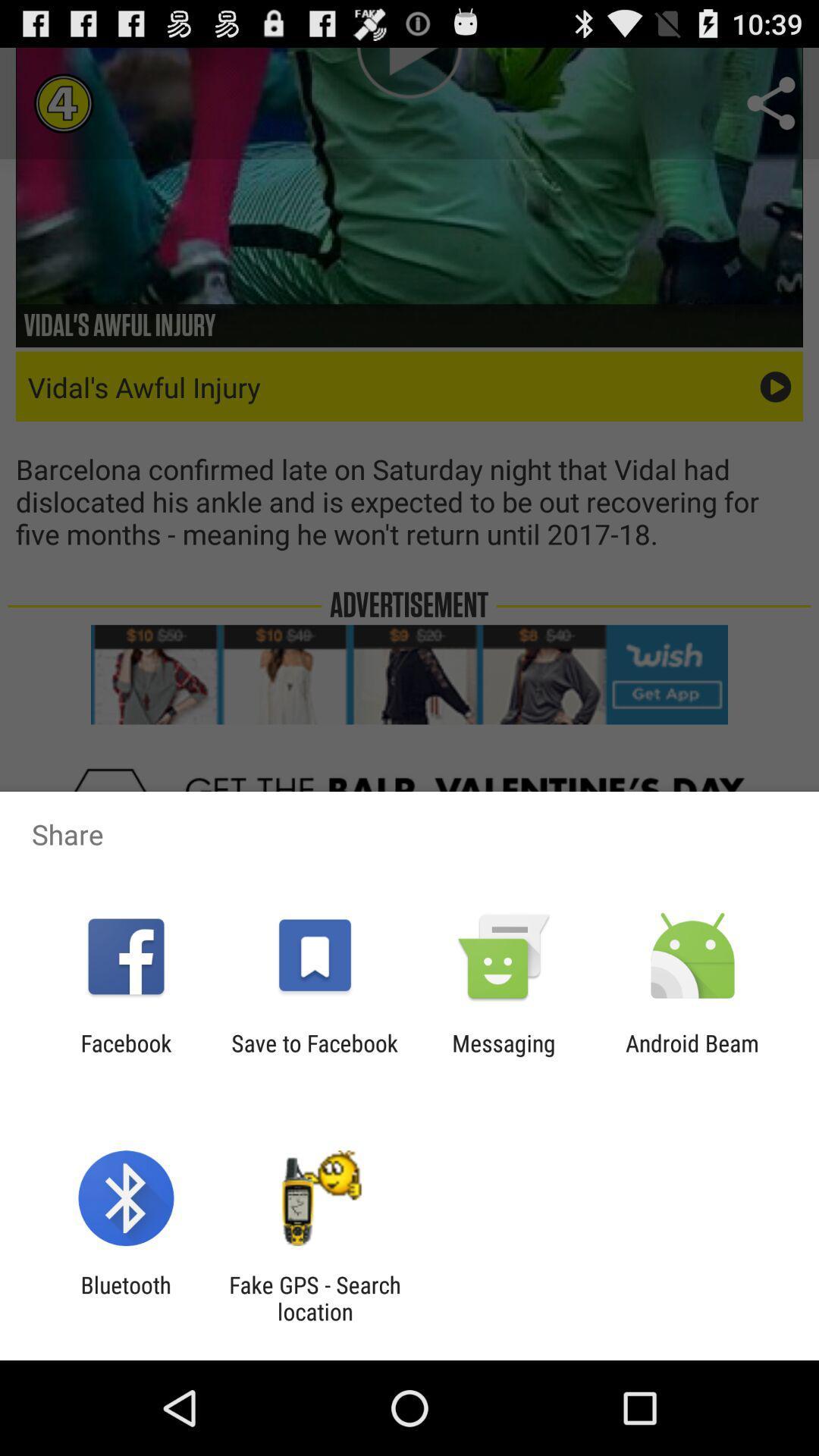  What do you see at coordinates (125, 1298) in the screenshot?
I see `app to the left of the fake gps search item` at bounding box center [125, 1298].